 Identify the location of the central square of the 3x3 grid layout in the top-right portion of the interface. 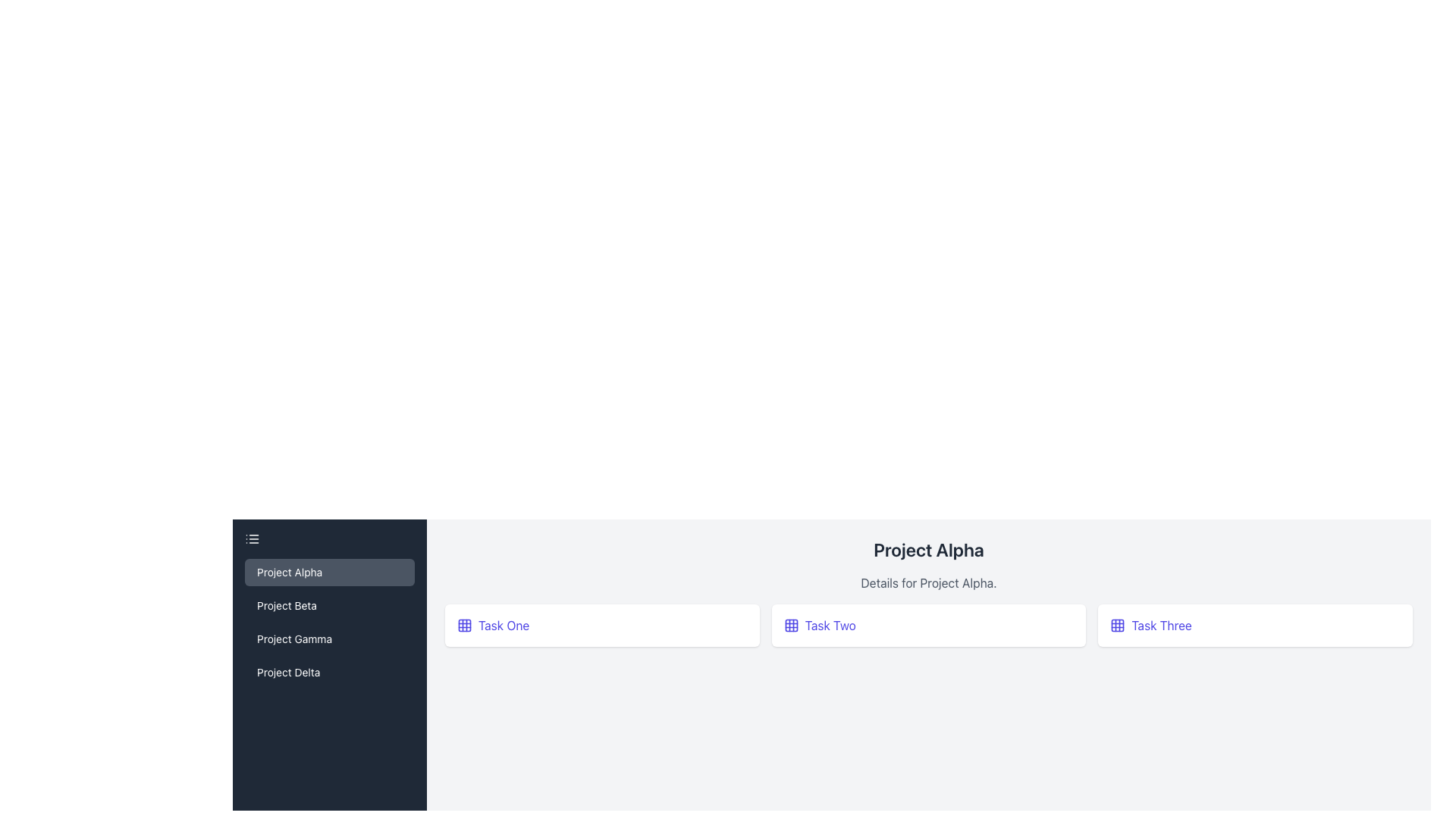
(1118, 626).